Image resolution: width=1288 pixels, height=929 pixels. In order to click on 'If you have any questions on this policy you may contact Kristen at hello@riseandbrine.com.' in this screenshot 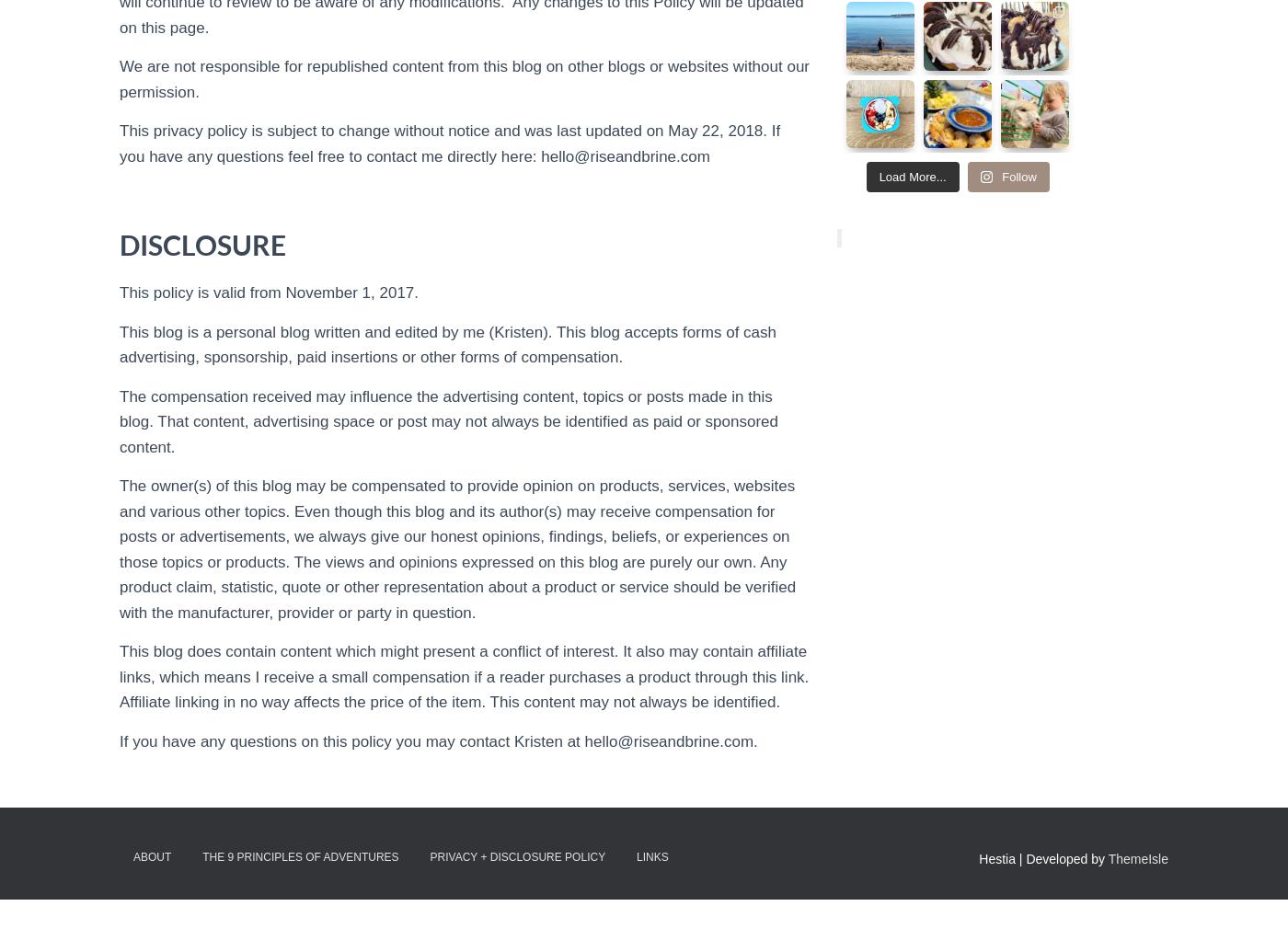, I will do `click(120, 740)`.